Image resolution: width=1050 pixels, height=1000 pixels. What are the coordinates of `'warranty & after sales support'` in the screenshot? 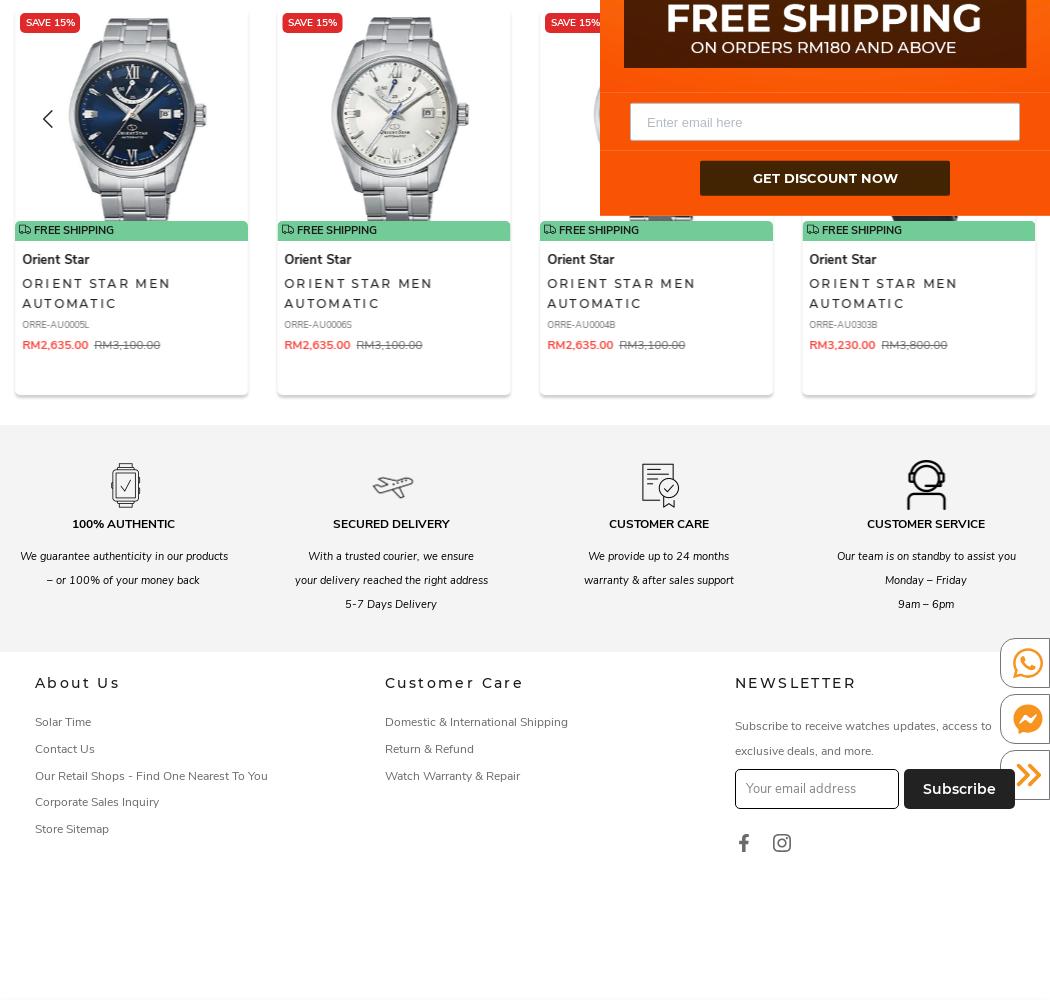 It's located at (657, 578).